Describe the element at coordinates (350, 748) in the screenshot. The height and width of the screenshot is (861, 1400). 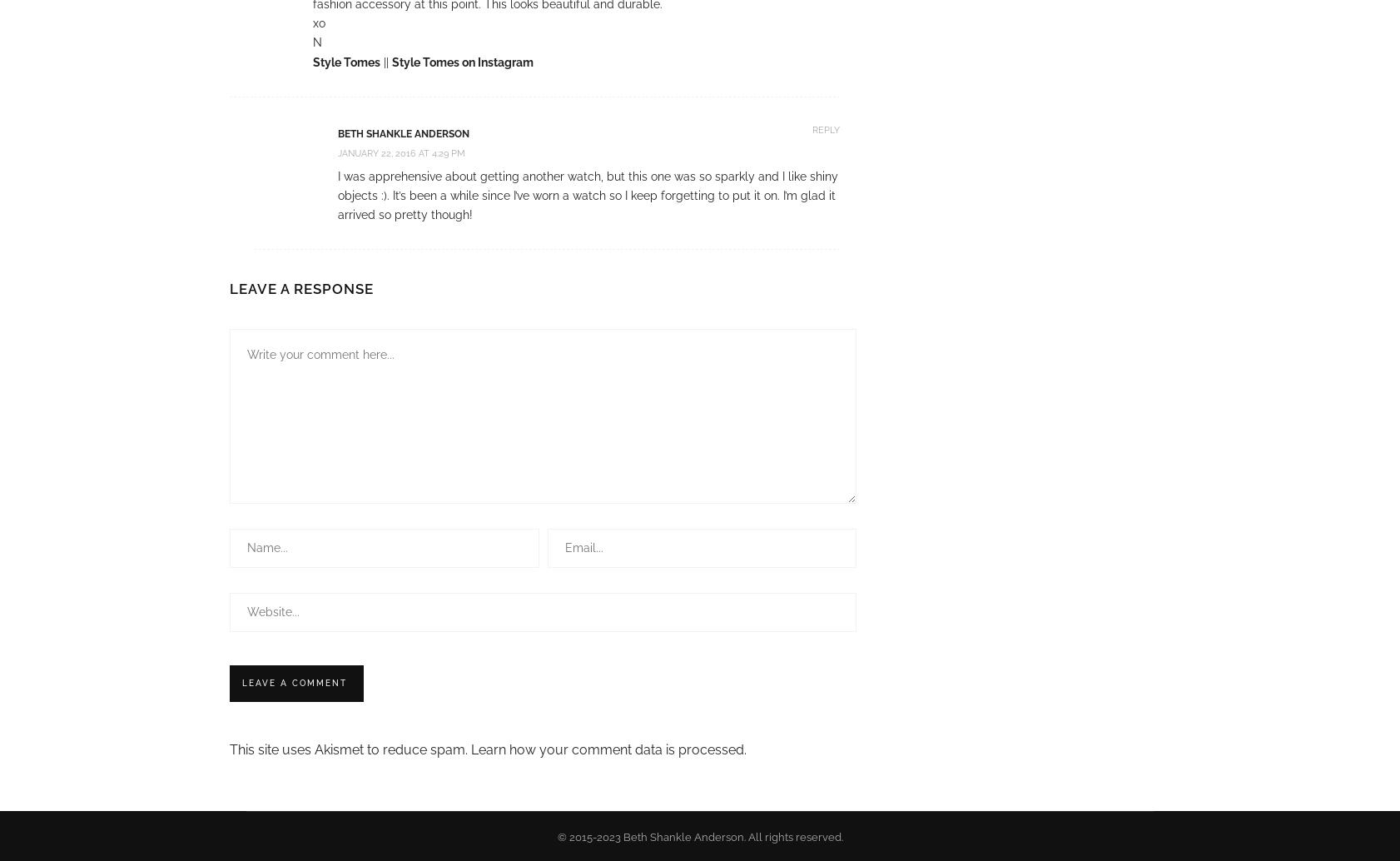
I see `'This site uses Akismet to reduce spam.'` at that location.